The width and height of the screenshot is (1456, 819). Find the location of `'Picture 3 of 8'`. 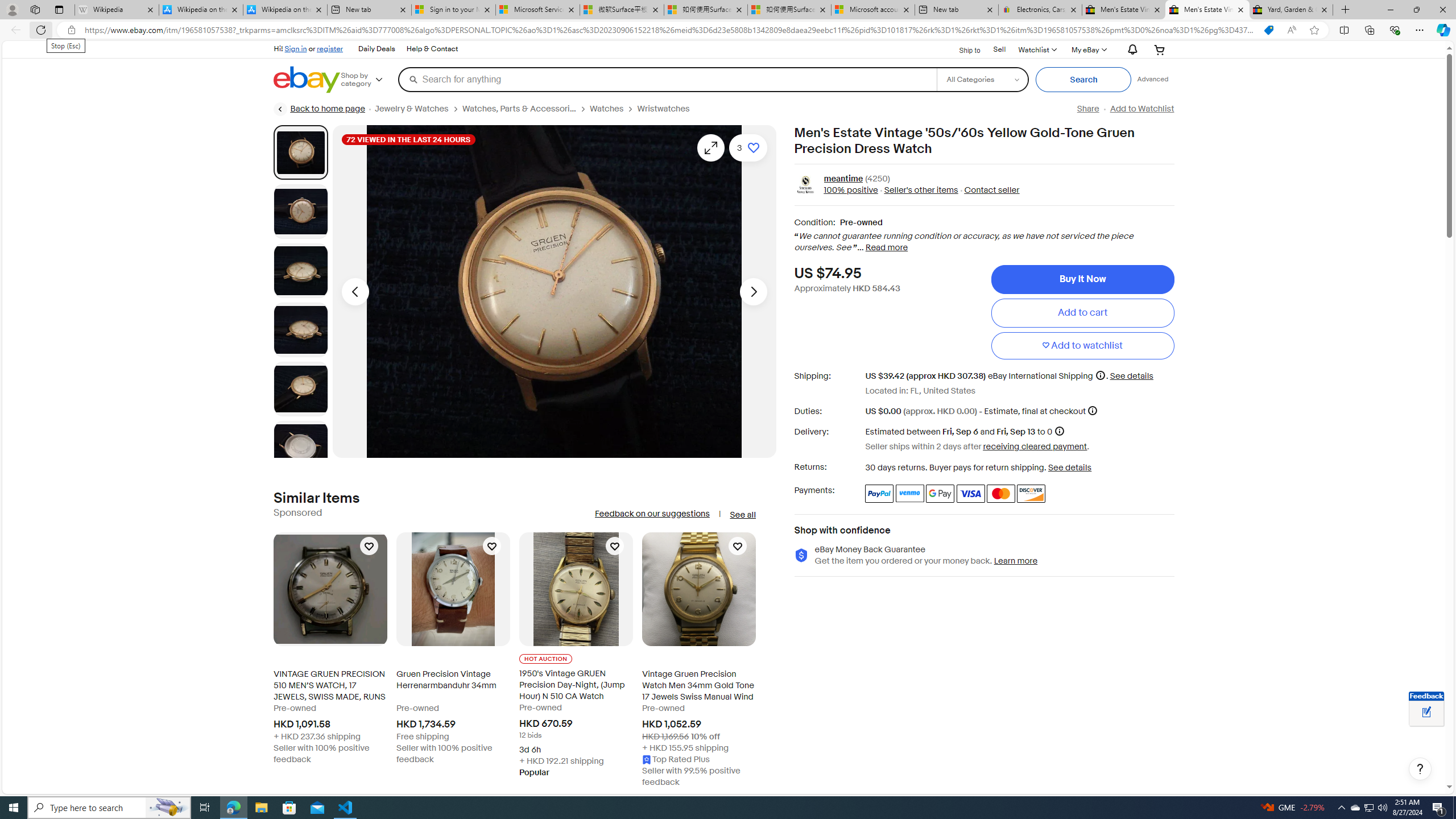

'Picture 3 of 8' is located at coordinates (300, 270).